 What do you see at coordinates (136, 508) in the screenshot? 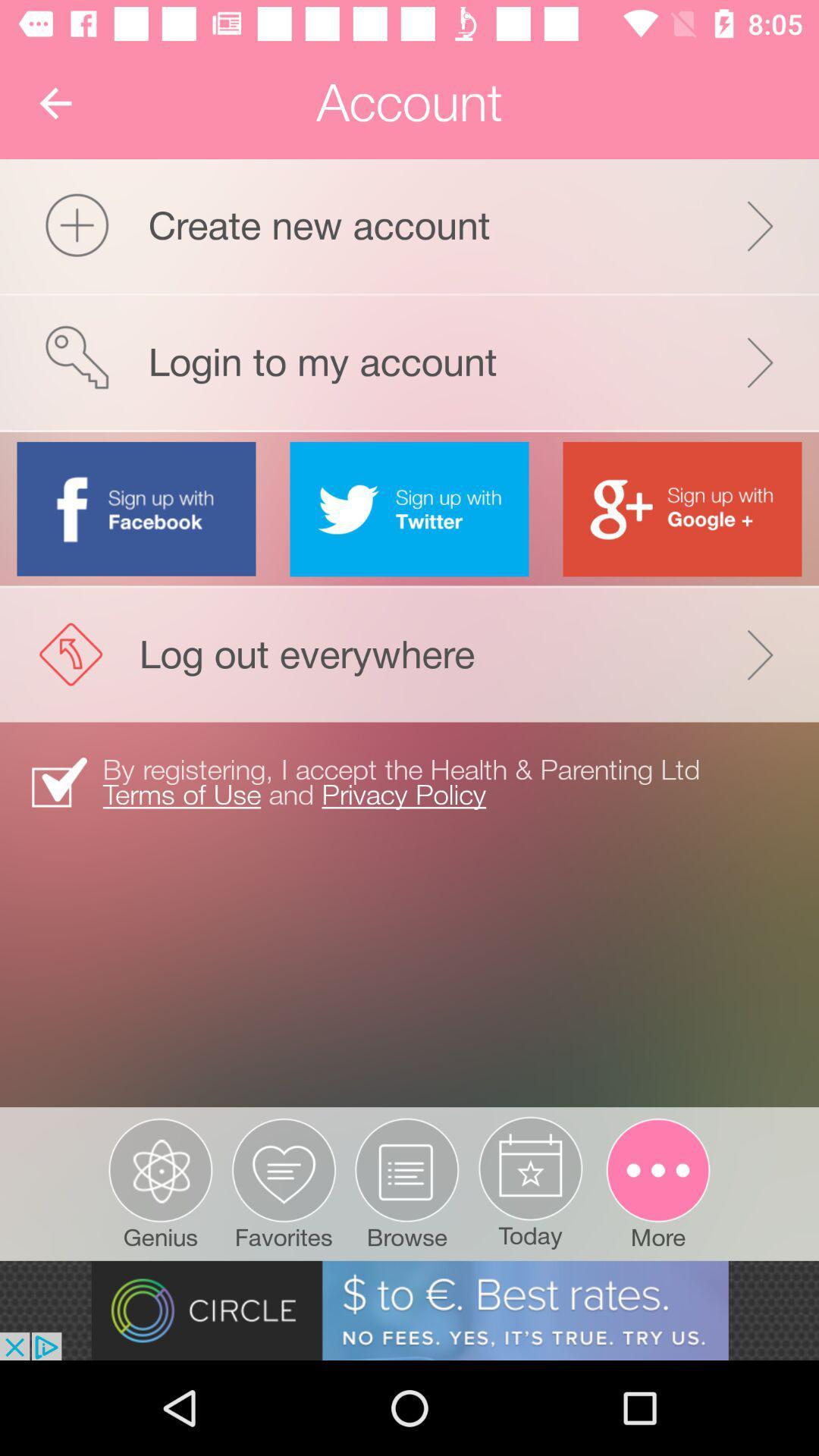
I see `sign up with fb` at bounding box center [136, 508].